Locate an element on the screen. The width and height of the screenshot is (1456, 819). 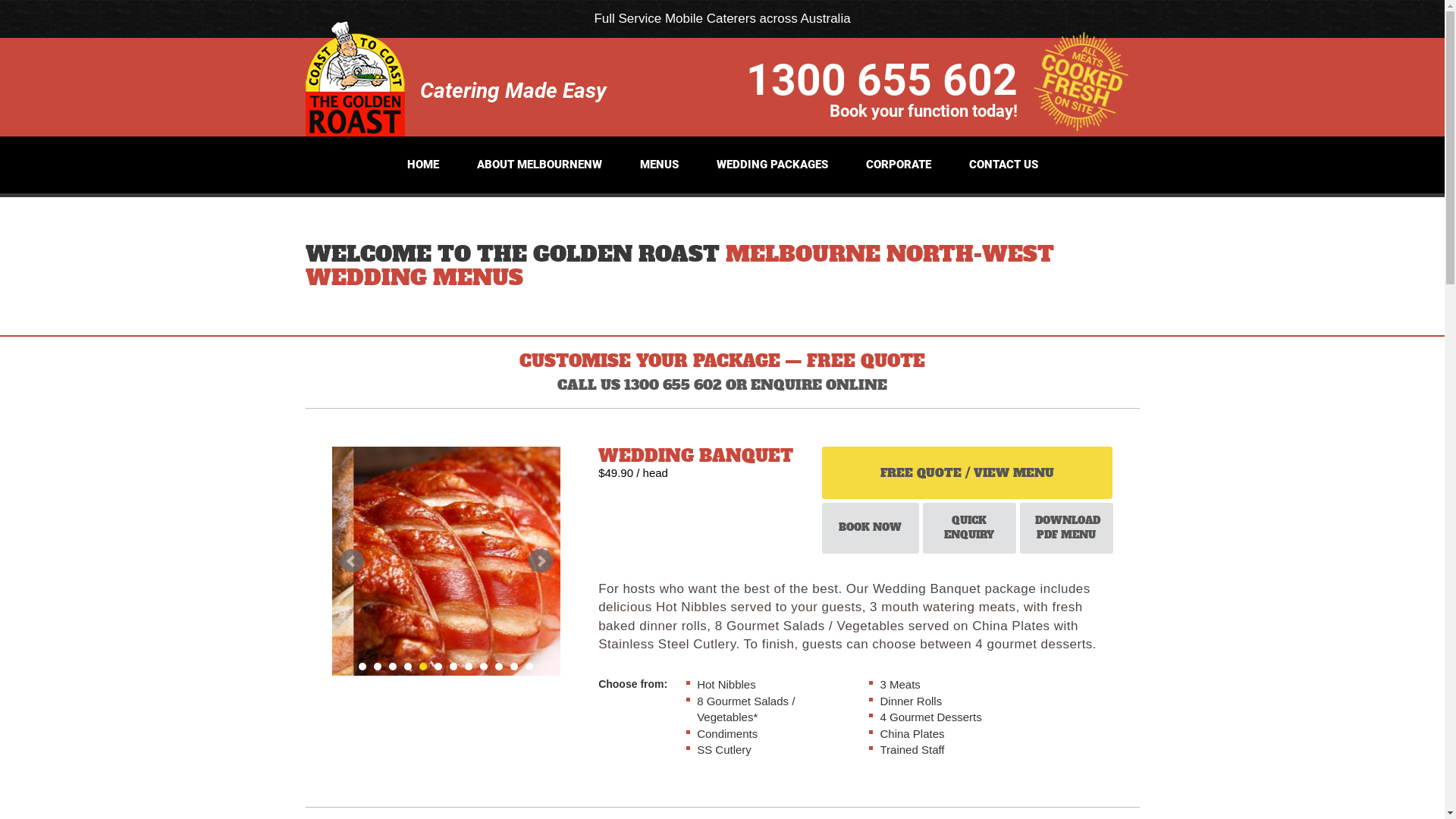
'10' is located at coordinates (498, 666).